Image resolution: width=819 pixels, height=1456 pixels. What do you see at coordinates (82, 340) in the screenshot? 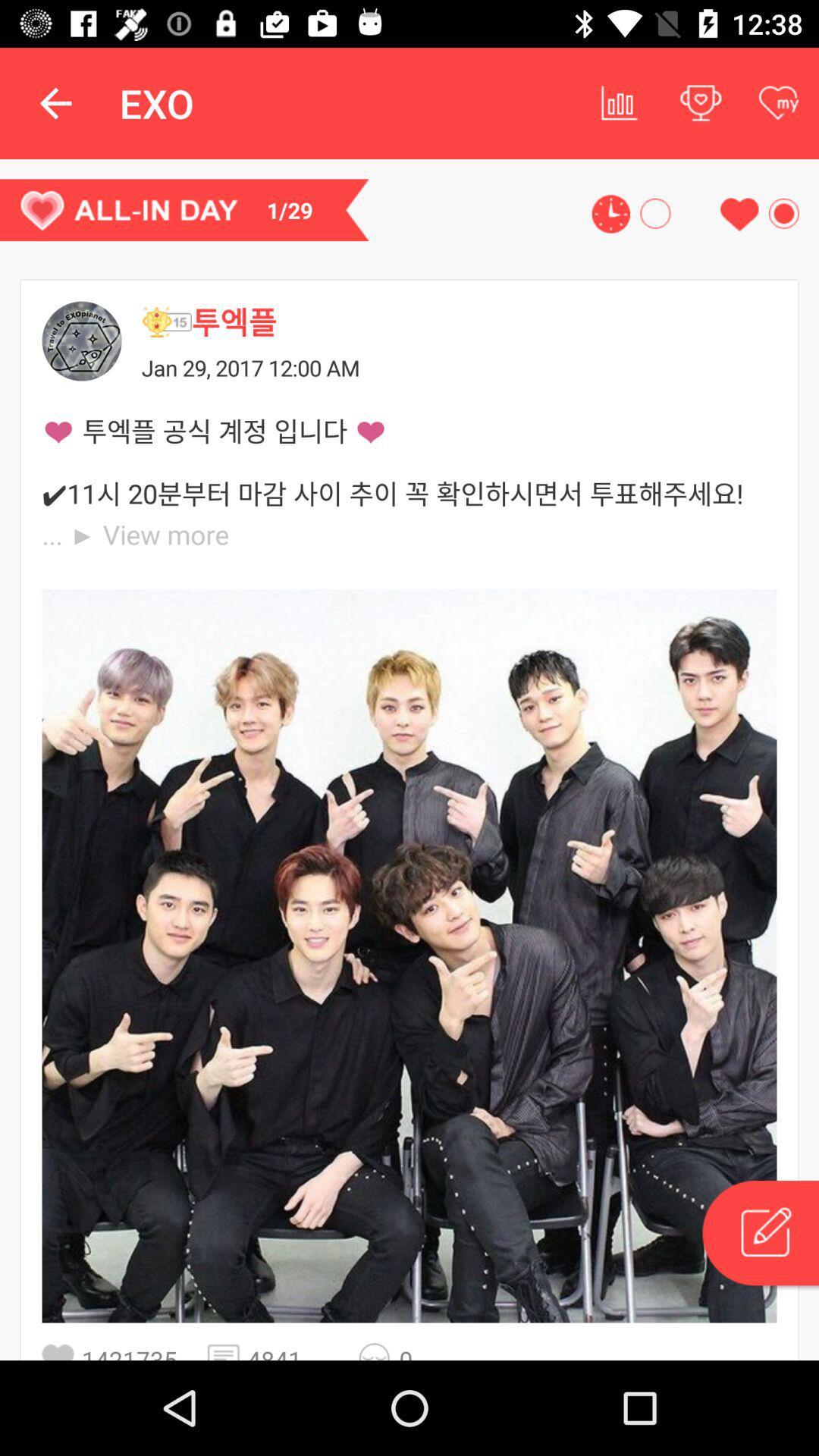
I see `profile` at bounding box center [82, 340].